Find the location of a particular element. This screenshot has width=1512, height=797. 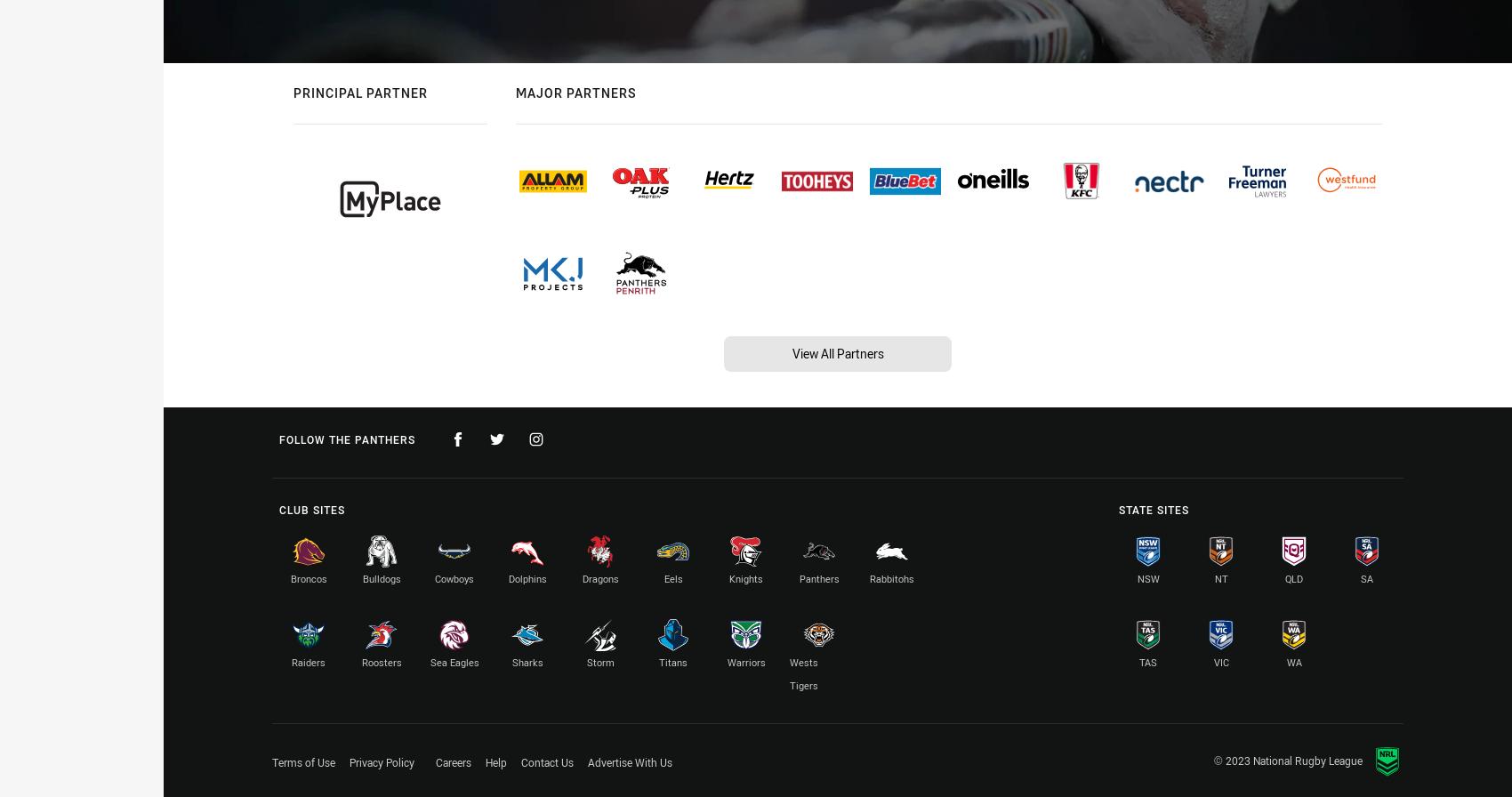

'Follow the Panthers' is located at coordinates (346, 438).